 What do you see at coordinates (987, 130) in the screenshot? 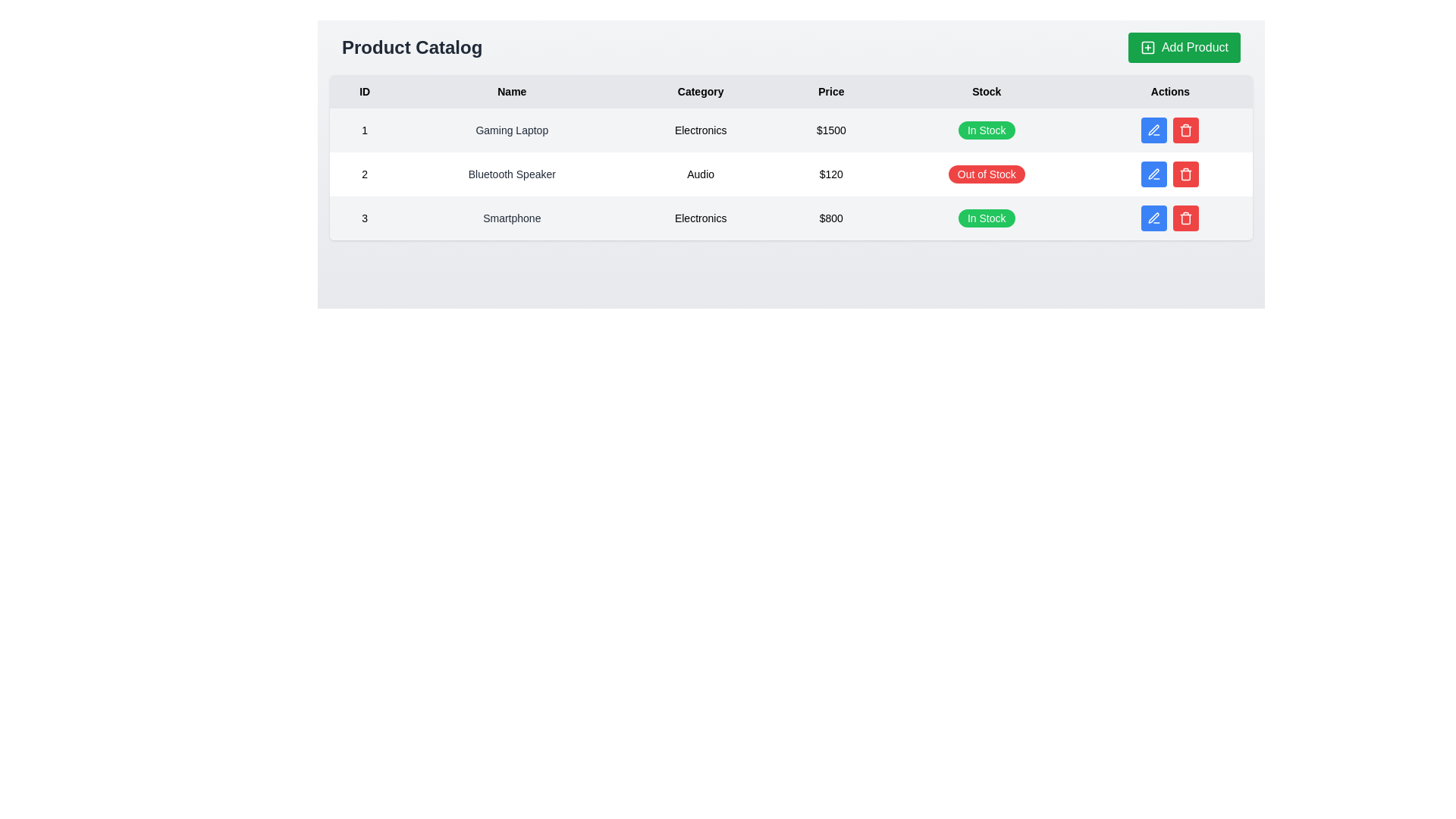
I see `the Status indicator label in the 'Stock' column of the product table for 'Gaming Laptop', which indicates the stock status of the product` at bounding box center [987, 130].